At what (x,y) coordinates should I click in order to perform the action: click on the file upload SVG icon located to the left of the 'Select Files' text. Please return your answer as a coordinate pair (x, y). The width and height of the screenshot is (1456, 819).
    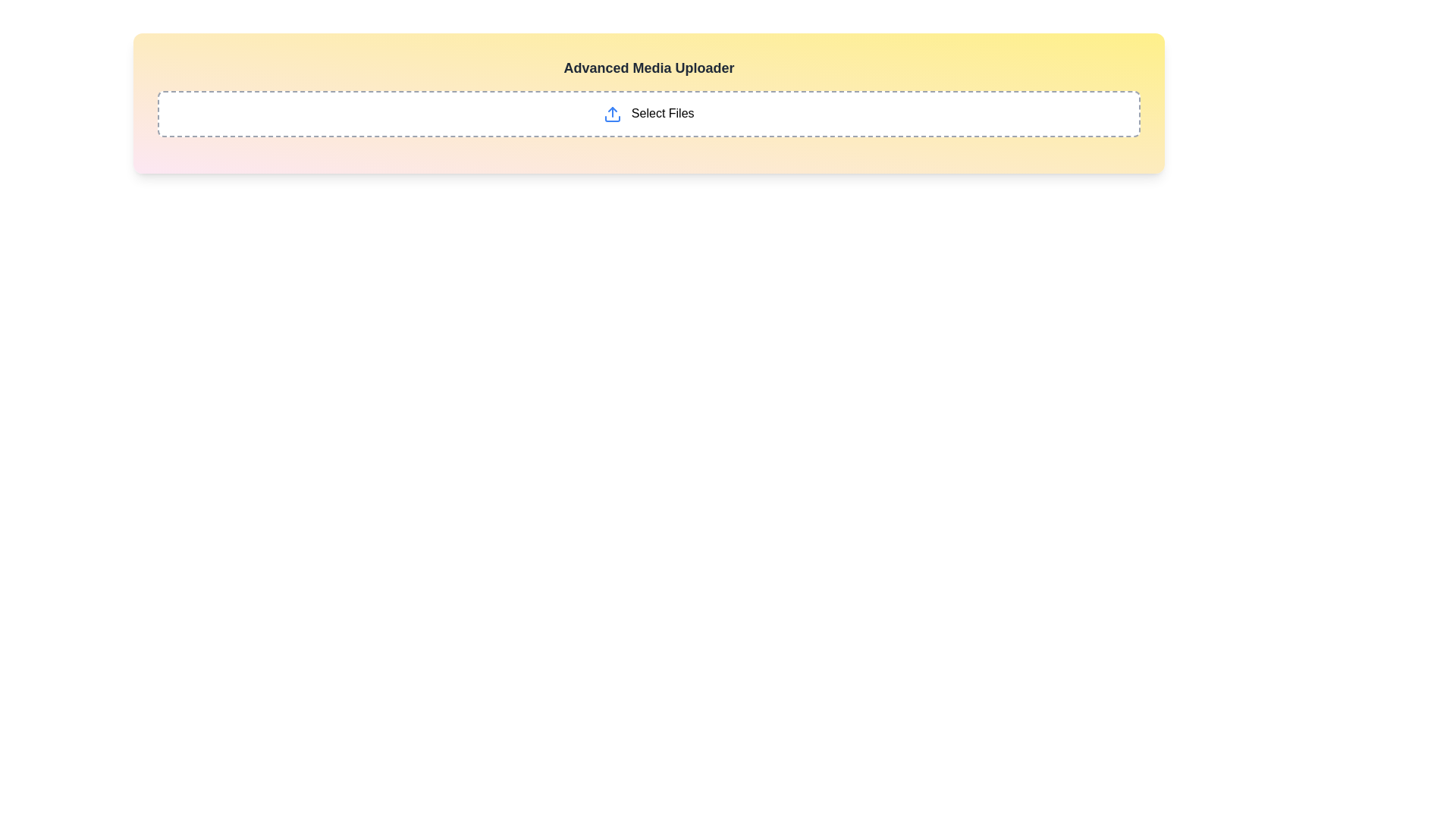
    Looking at the image, I should click on (613, 113).